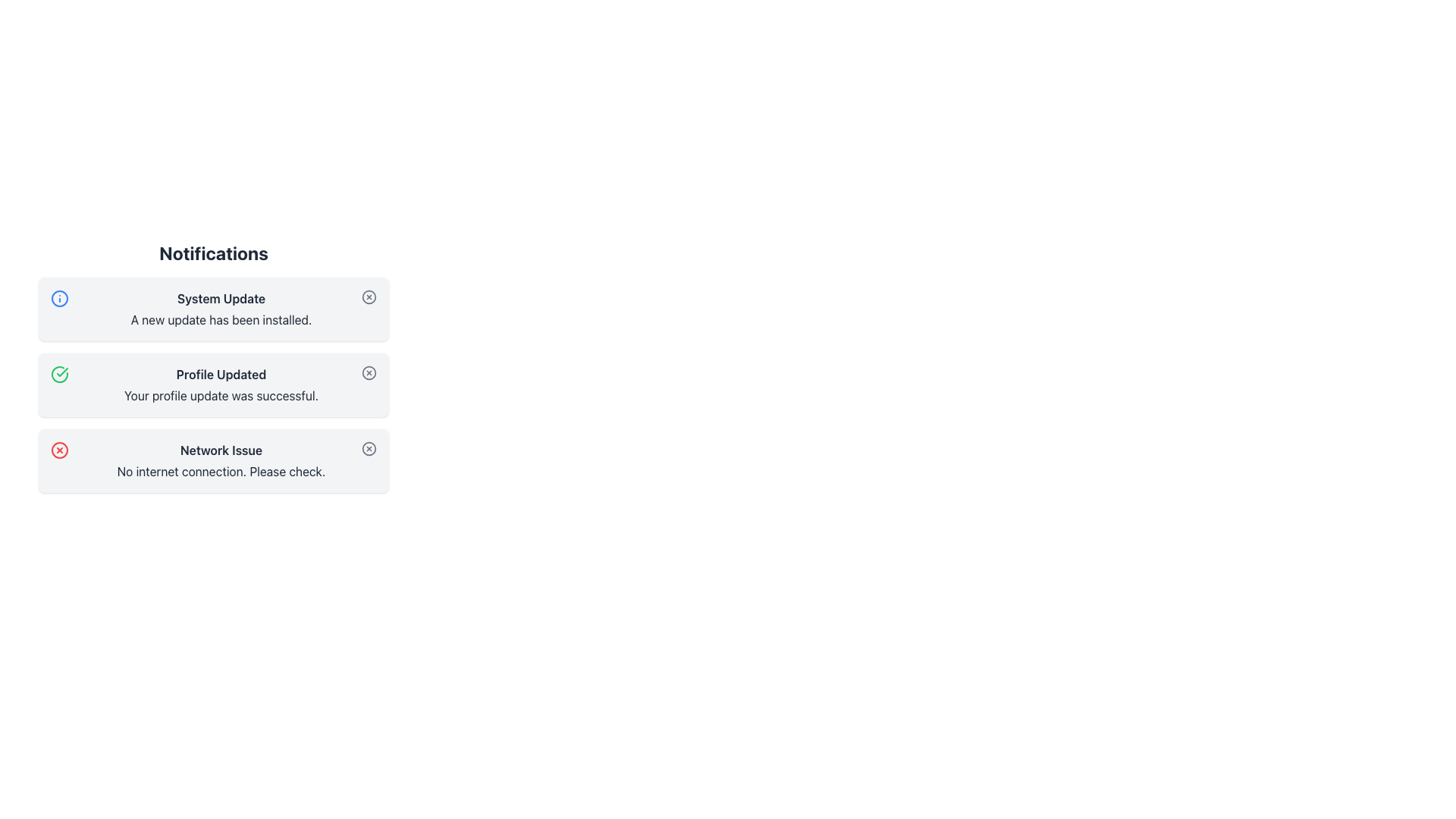  What do you see at coordinates (369, 373) in the screenshot?
I see `the dismiss button located at the far right side of the 'Profile Updated' notification` at bounding box center [369, 373].